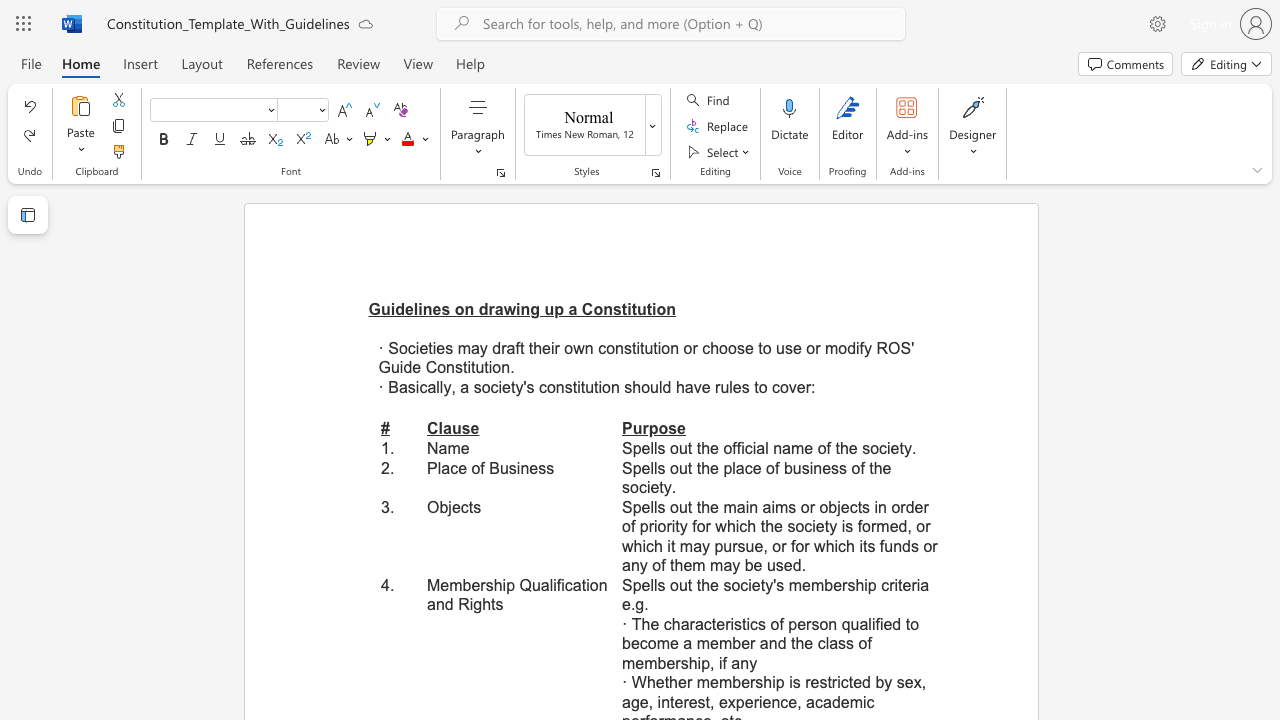 This screenshot has width=1280, height=720. Describe the element at coordinates (641, 309) in the screenshot. I see `the 3th character "u" in the text` at that location.